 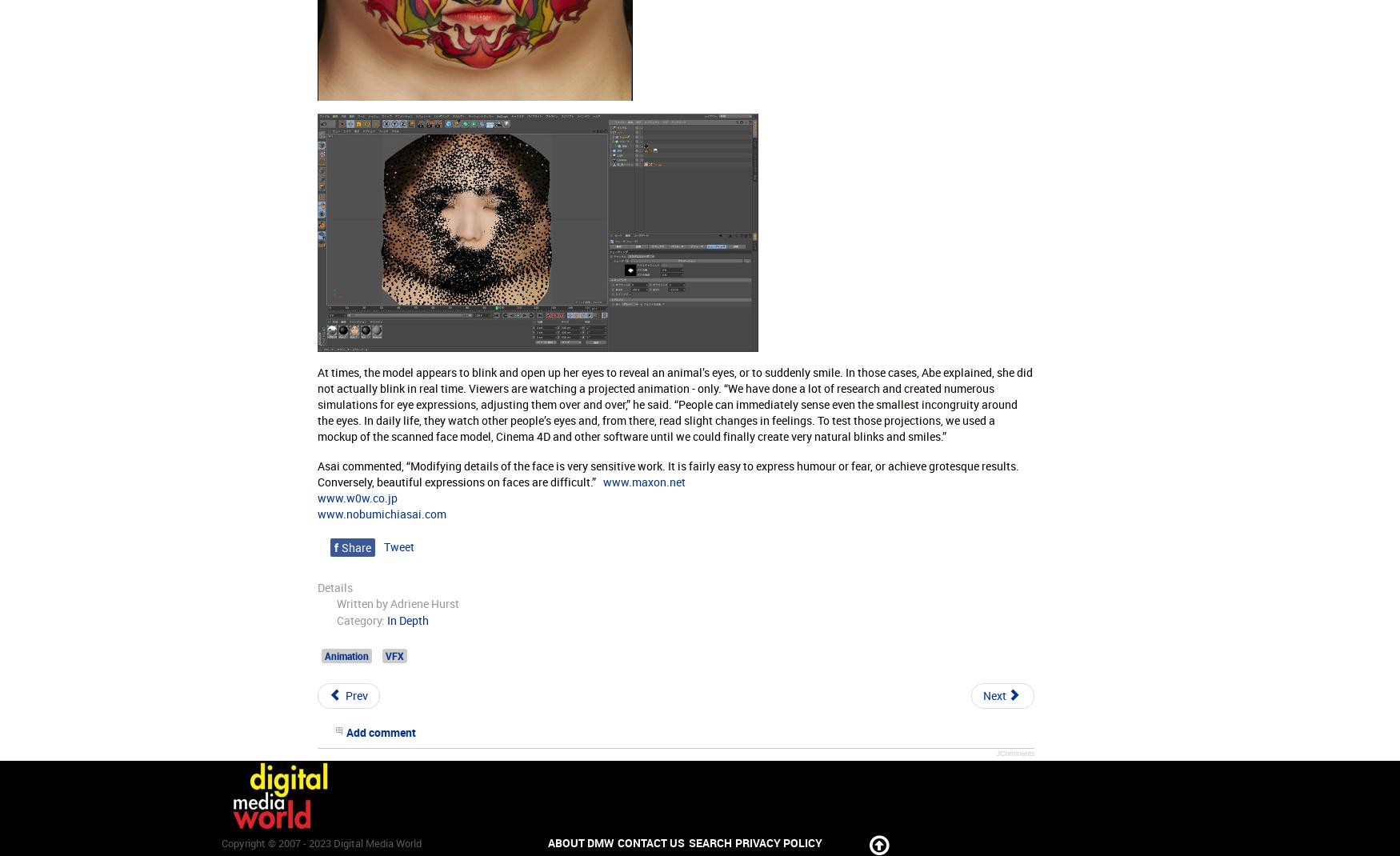 What do you see at coordinates (778, 842) in the screenshot?
I see `'Privacy policy'` at bounding box center [778, 842].